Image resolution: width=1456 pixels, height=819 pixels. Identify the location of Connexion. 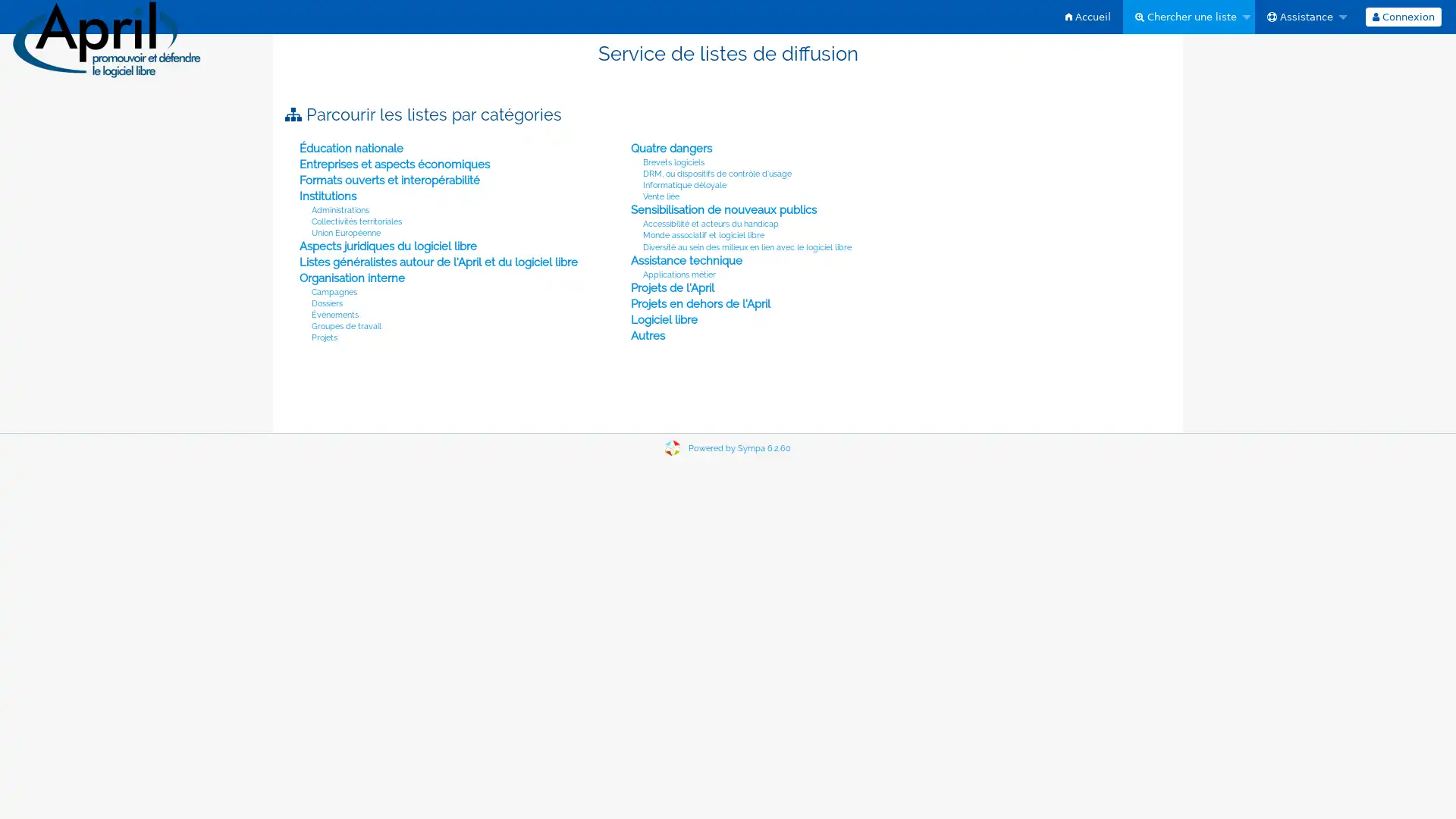
(1401, 17).